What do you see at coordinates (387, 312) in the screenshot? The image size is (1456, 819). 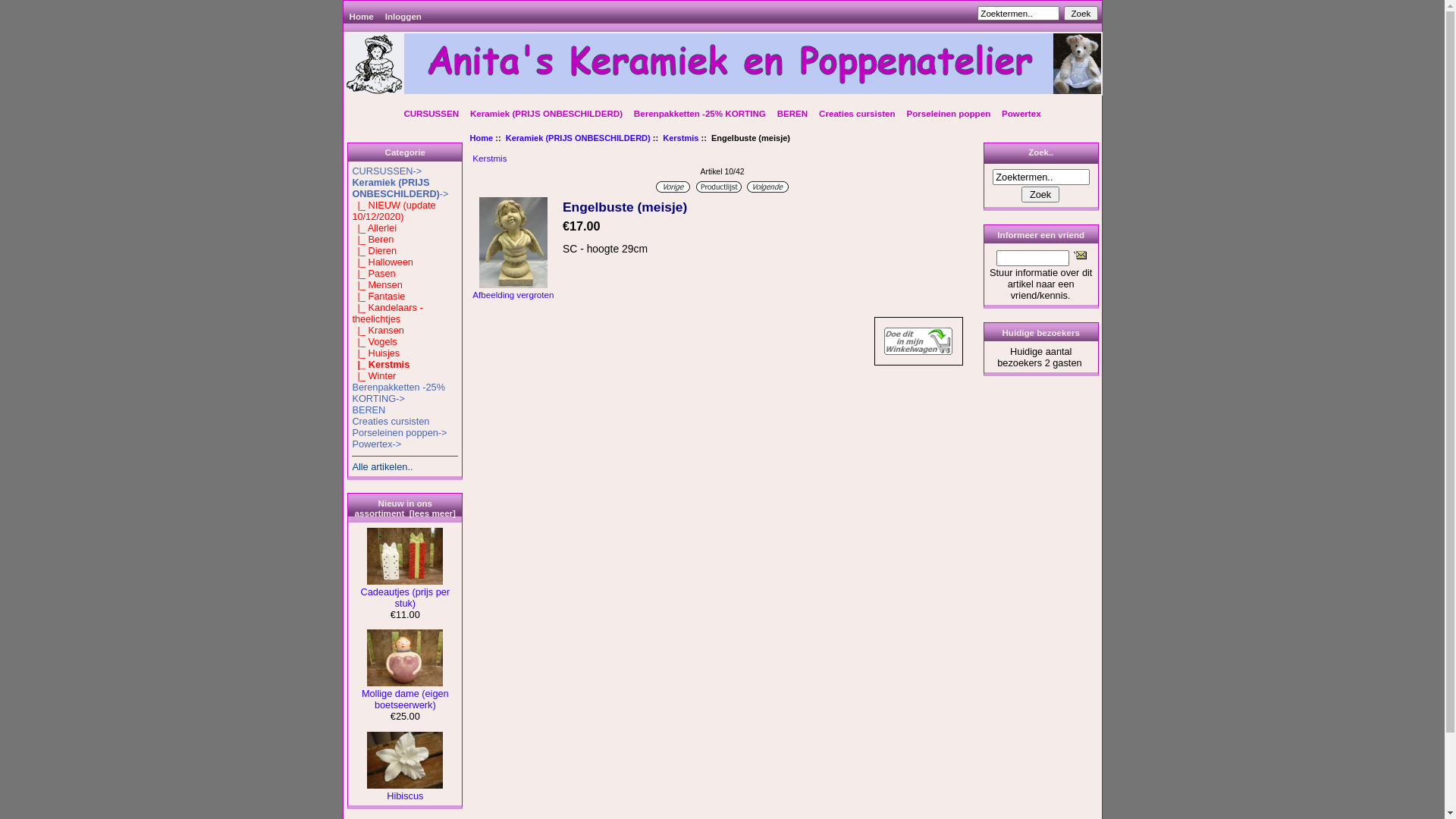 I see `'  |_ Kandelaars - theelichtjes'` at bounding box center [387, 312].